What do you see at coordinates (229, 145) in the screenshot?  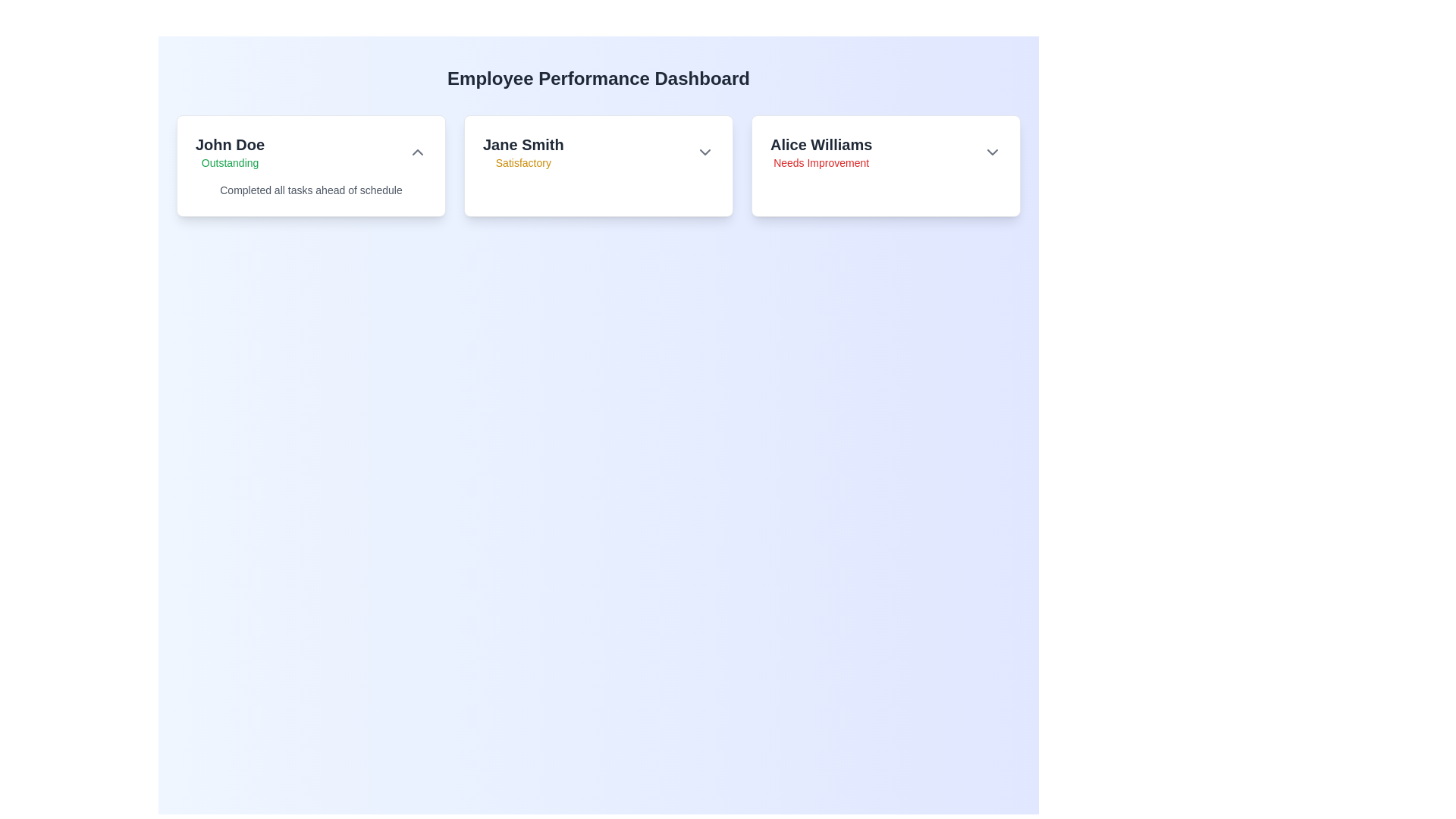 I see `the text of the Label representing 'John Doe' in the employee performance dashboard, which is positioned above the 'Outstanding' text element` at bounding box center [229, 145].